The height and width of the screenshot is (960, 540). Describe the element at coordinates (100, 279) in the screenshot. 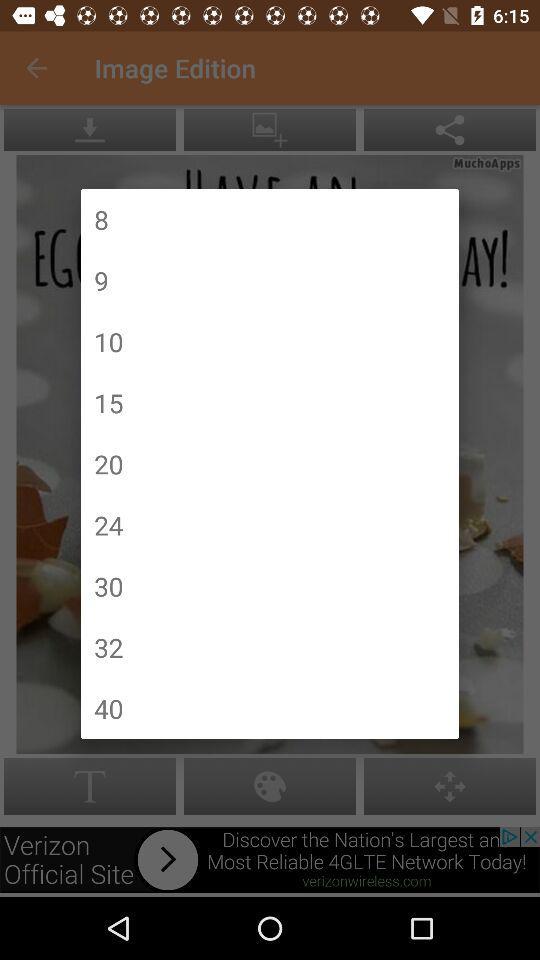

I see `the 9` at that location.